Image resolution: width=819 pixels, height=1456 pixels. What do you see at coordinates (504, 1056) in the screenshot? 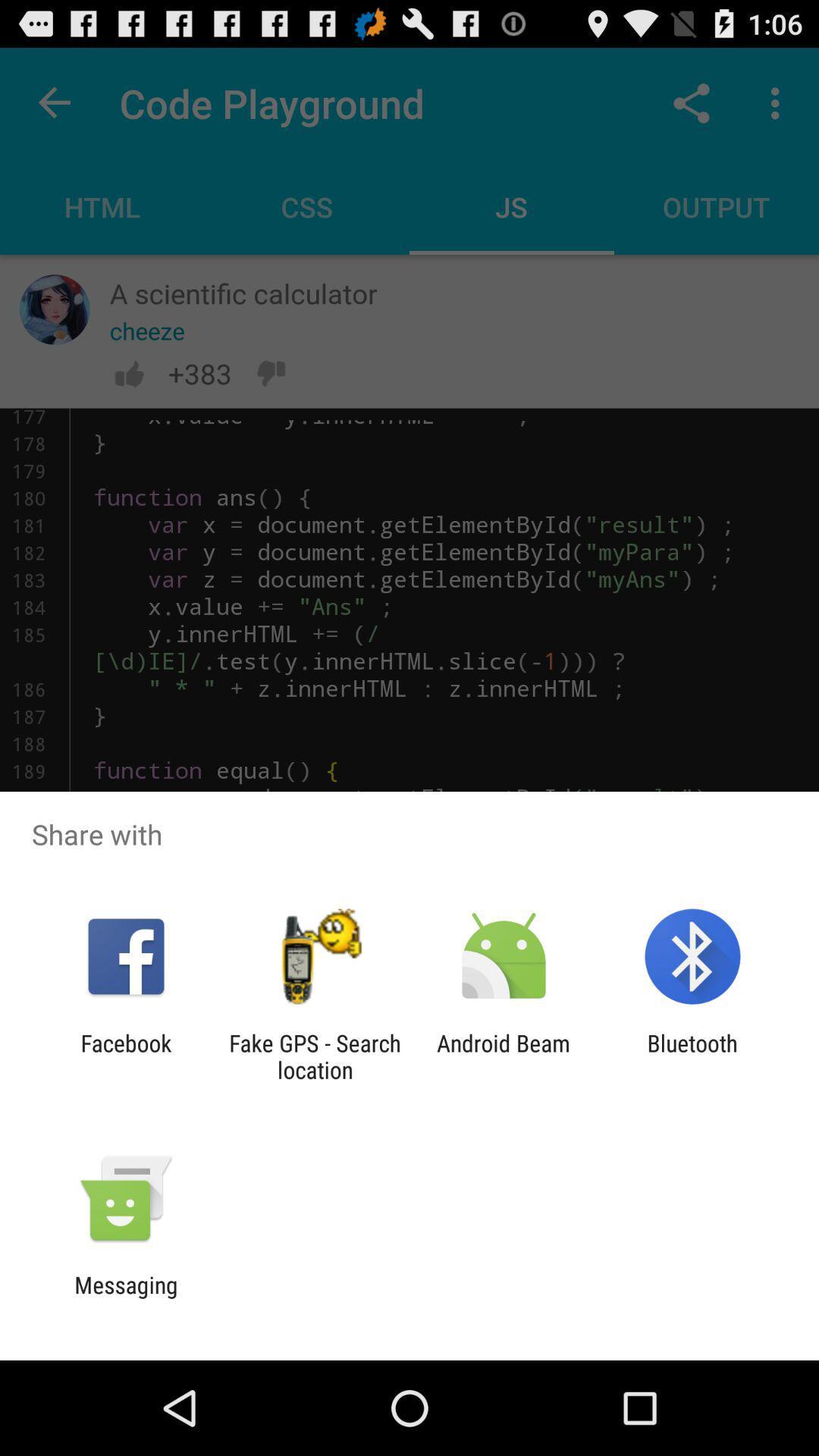
I see `icon next to the bluetooth` at bounding box center [504, 1056].